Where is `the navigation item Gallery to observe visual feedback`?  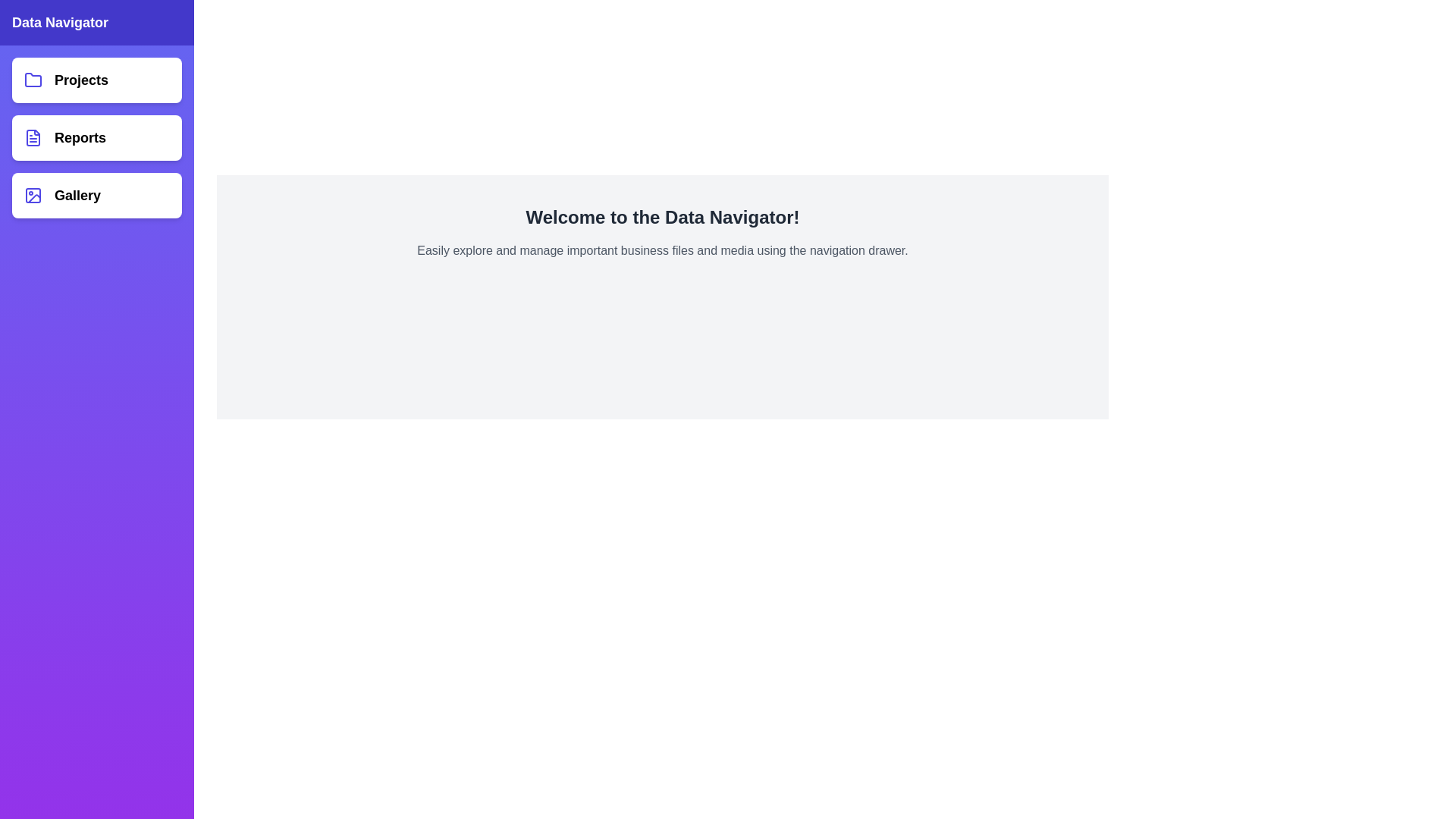
the navigation item Gallery to observe visual feedback is located at coordinates (96, 195).